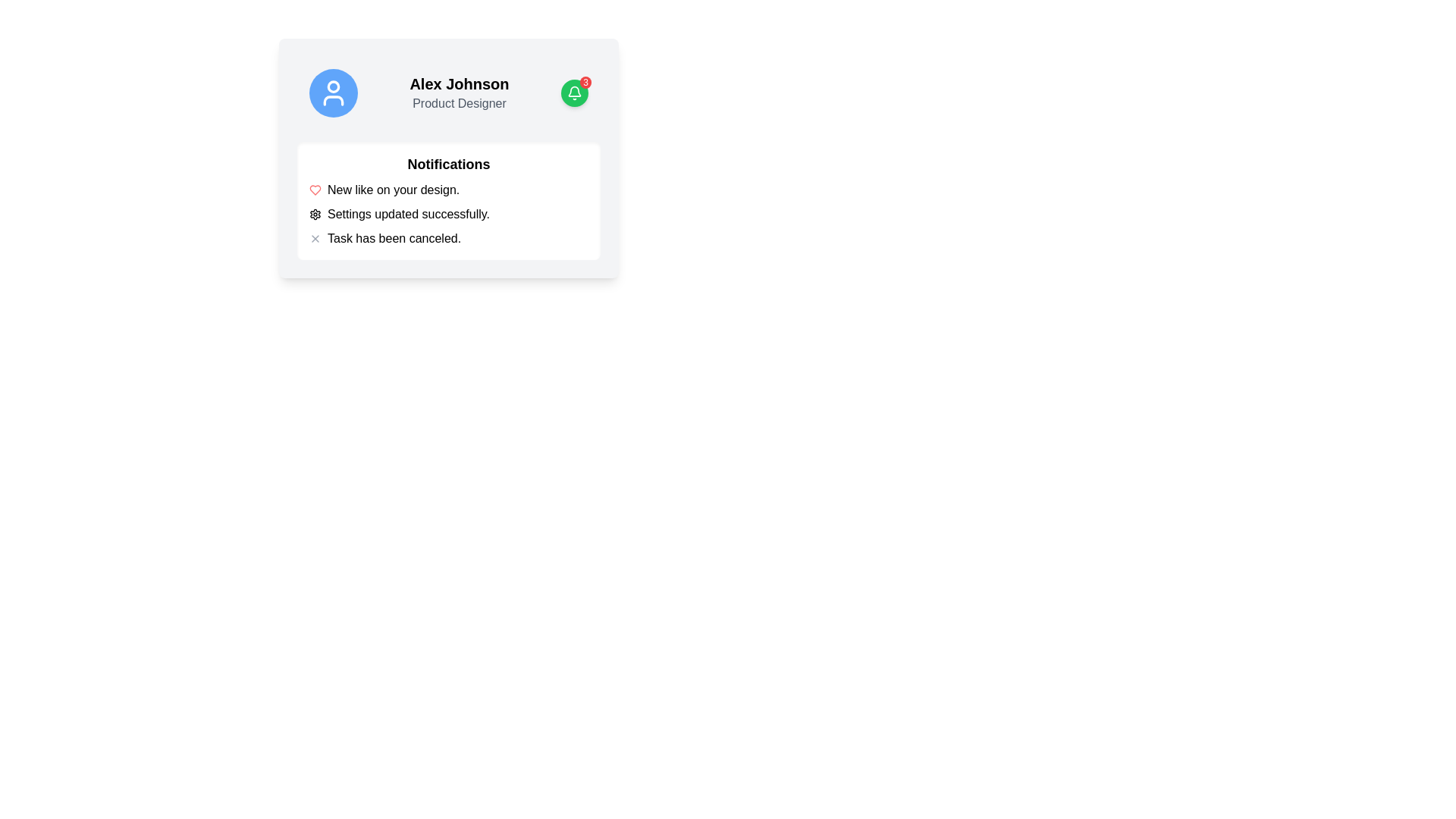 The width and height of the screenshot is (1456, 819). What do you see at coordinates (315, 189) in the screenshot?
I see `the 'like' notification icon located to the left of the text 'New like on your design.'` at bounding box center [315, 189].